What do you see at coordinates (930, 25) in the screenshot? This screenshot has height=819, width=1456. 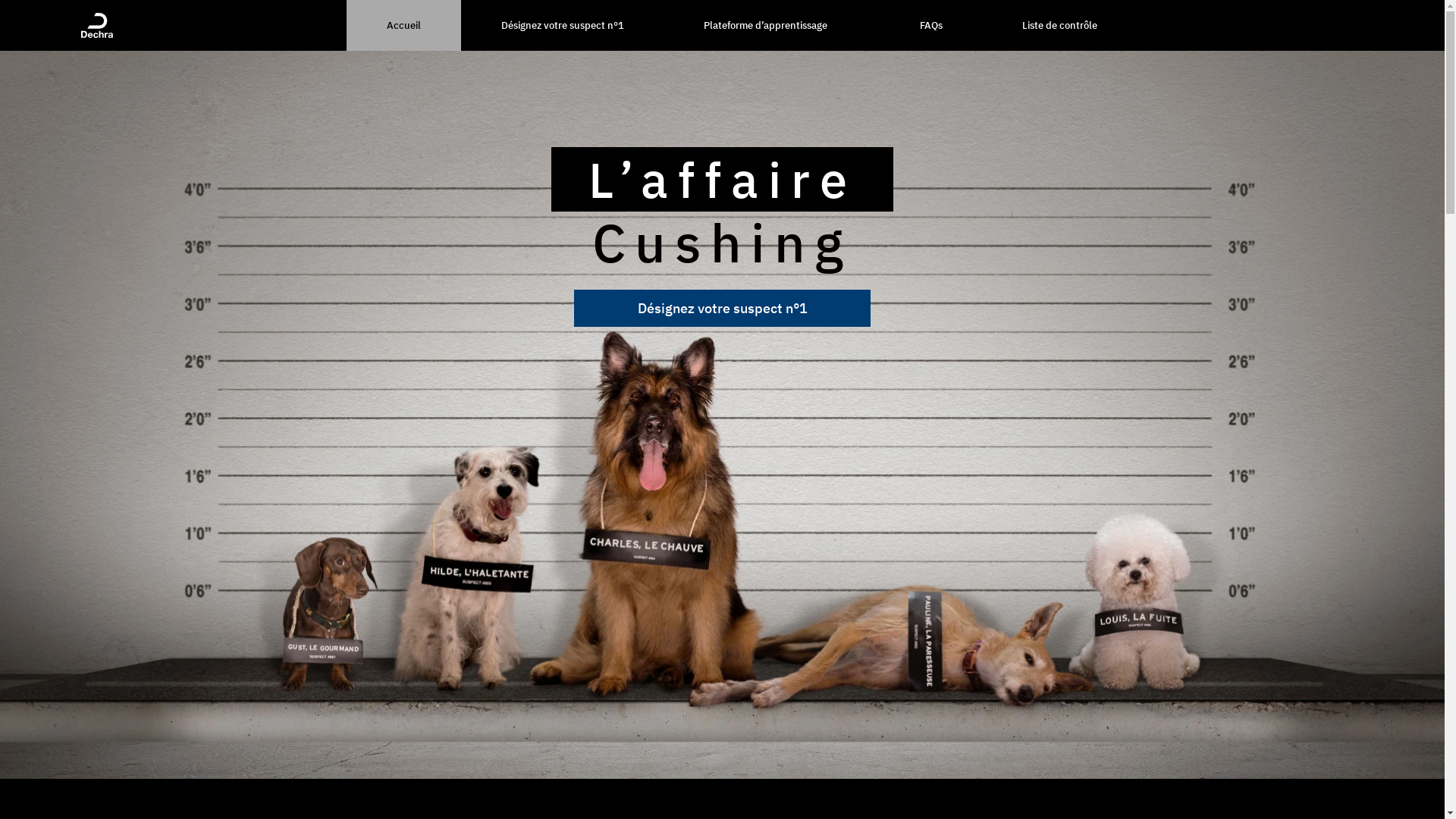 I see `'FAQs'` at bounding box center [930, 25].